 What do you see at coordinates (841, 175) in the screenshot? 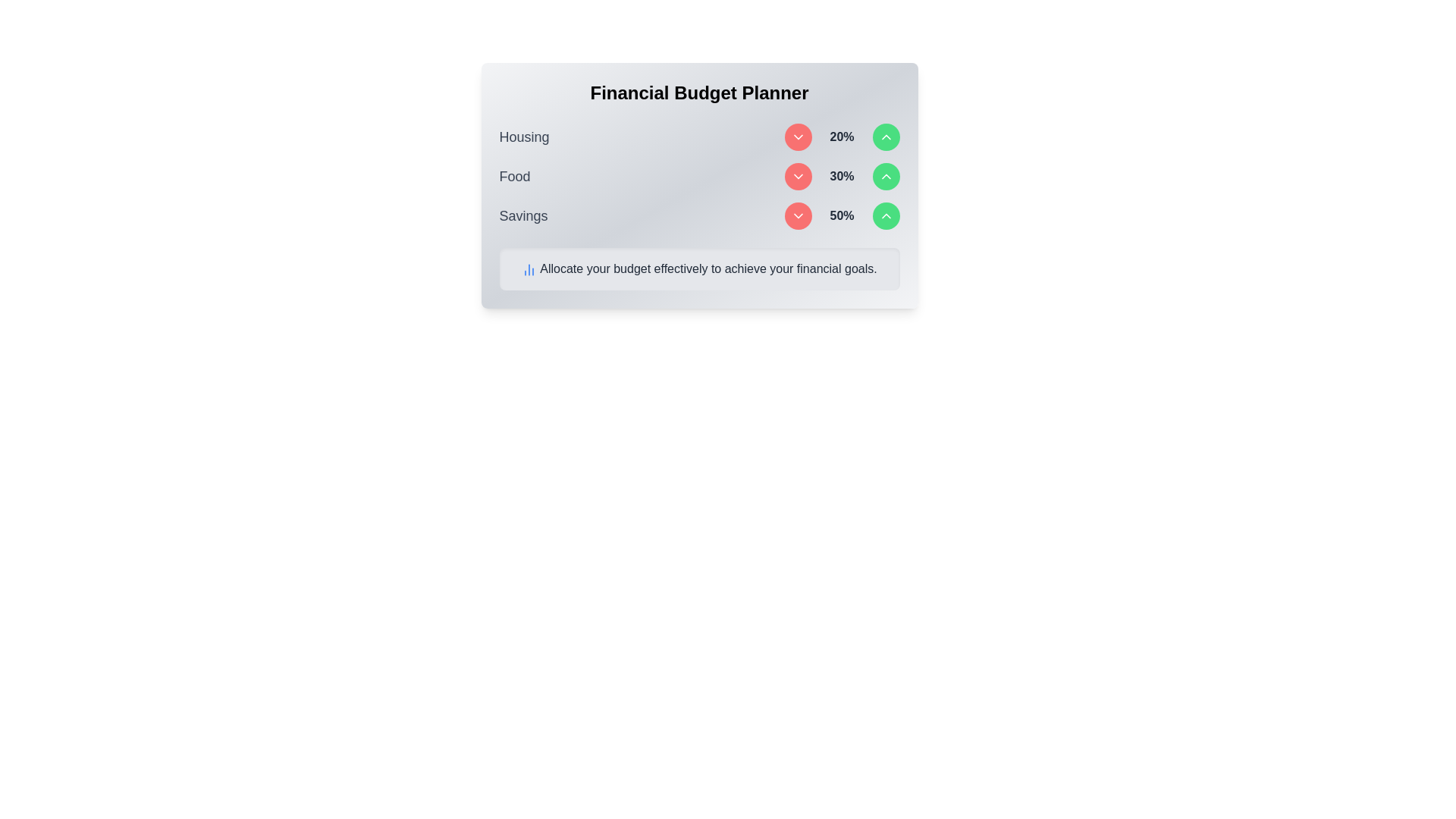
I see `the Text label displaying the numerical percentage for 'Food' within the budget planner, which is located in the second row of the list labeled 'Food' and flanked by two buttons` at bounding box center [841, 175].